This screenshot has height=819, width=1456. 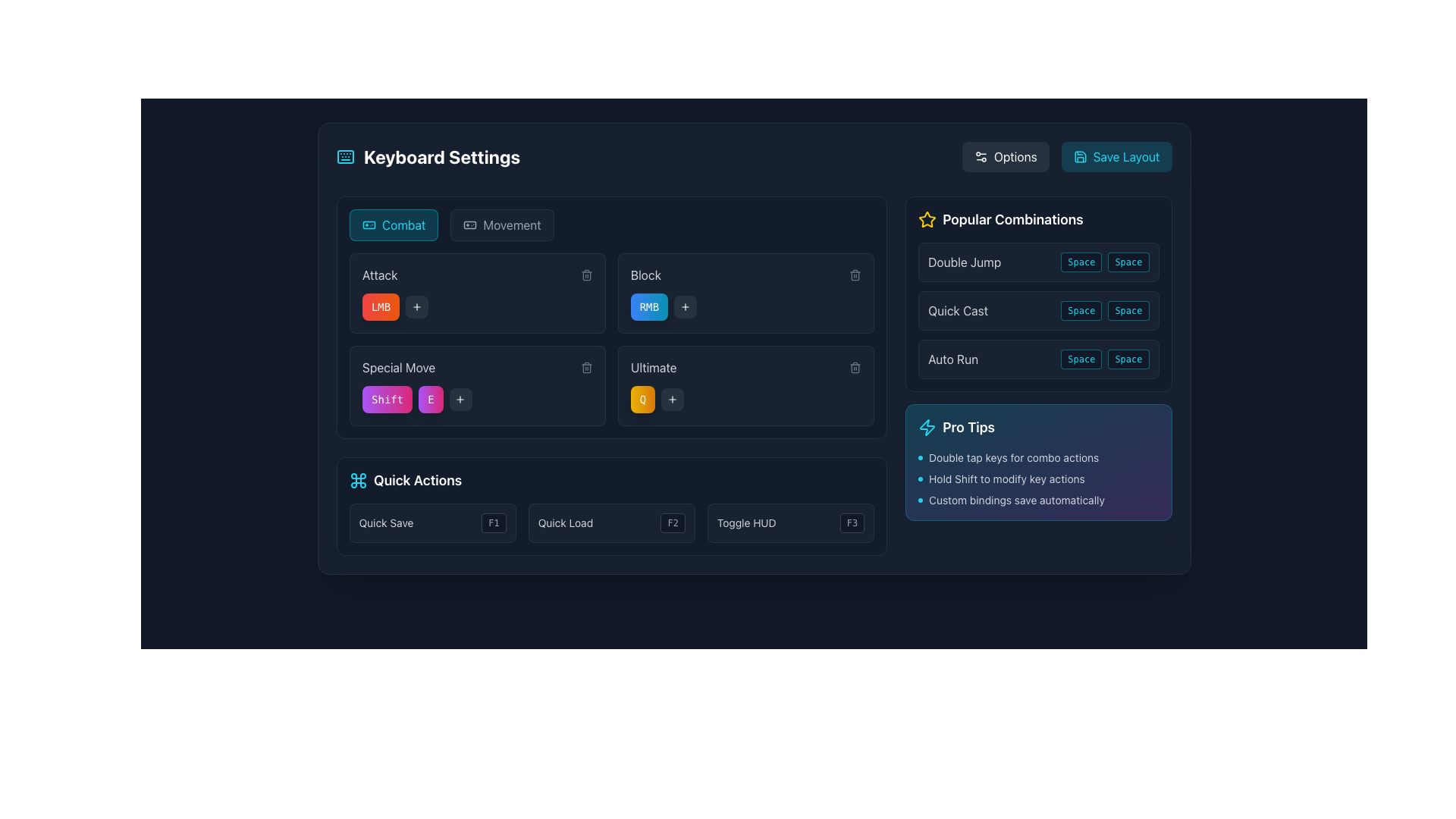 What do you see at coordinates (927, 219) in the screenshot?
I see `the star icon located in the 'Popular Combinations' section, positioned near the top-left corner of the right side panel` at bounding box center [927, 219].